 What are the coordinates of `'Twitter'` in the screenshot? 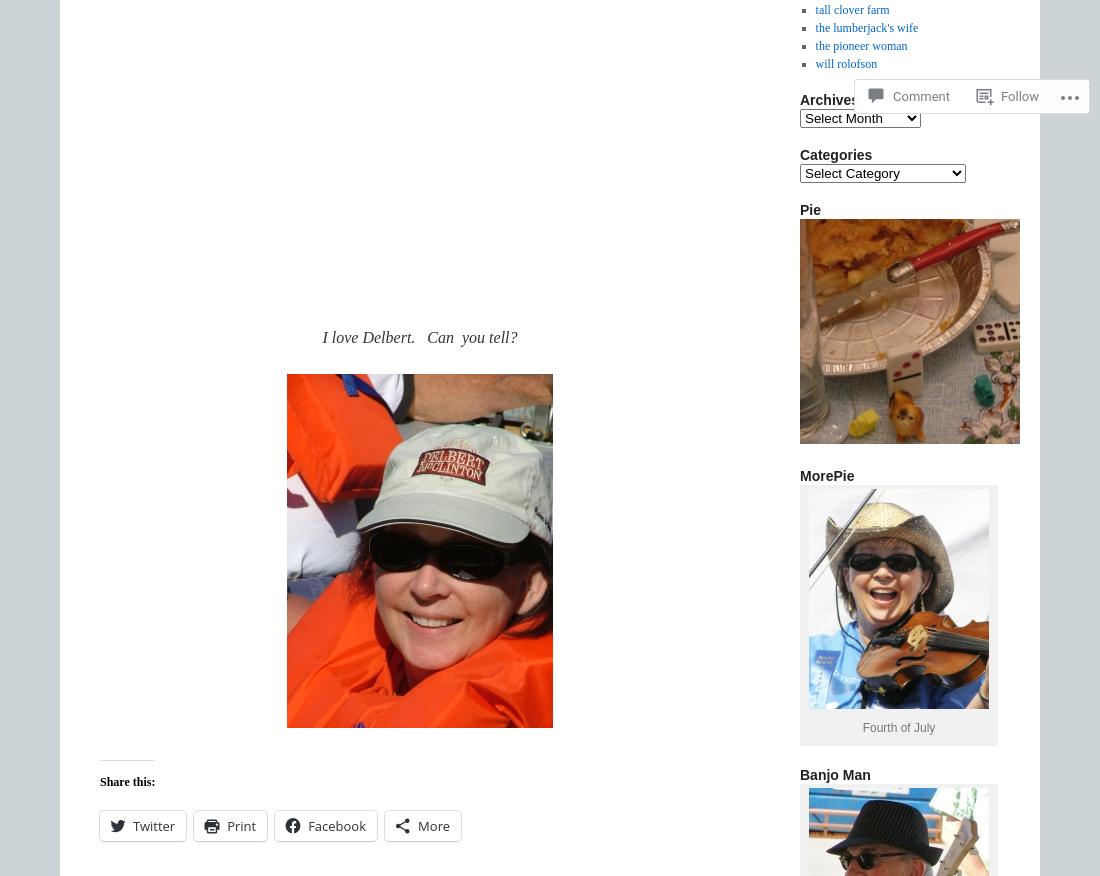 It's located at (153, 825).